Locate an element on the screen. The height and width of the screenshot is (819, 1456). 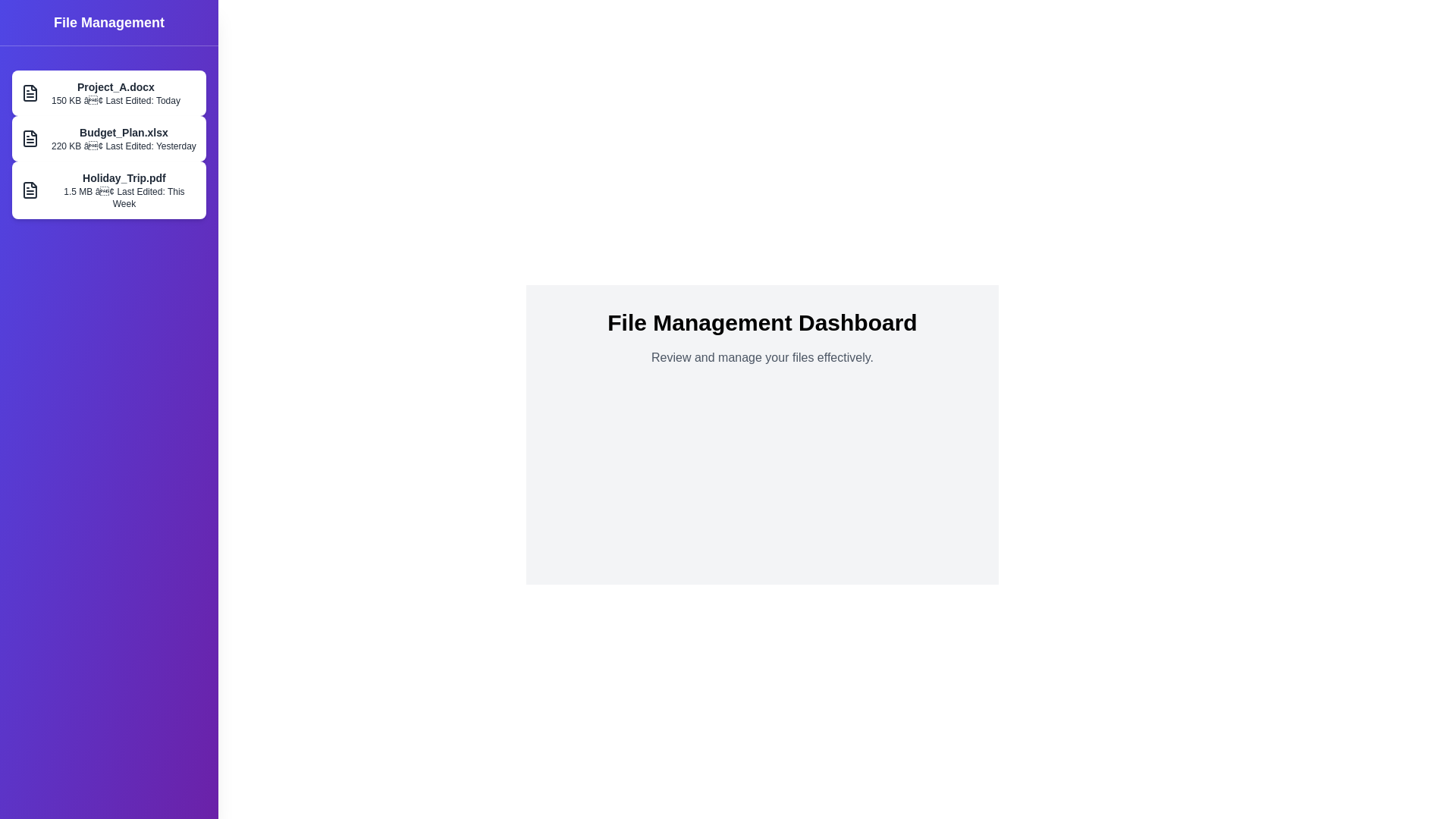
the file named Project_A.docx to select it is located at coordinates (108, 93).